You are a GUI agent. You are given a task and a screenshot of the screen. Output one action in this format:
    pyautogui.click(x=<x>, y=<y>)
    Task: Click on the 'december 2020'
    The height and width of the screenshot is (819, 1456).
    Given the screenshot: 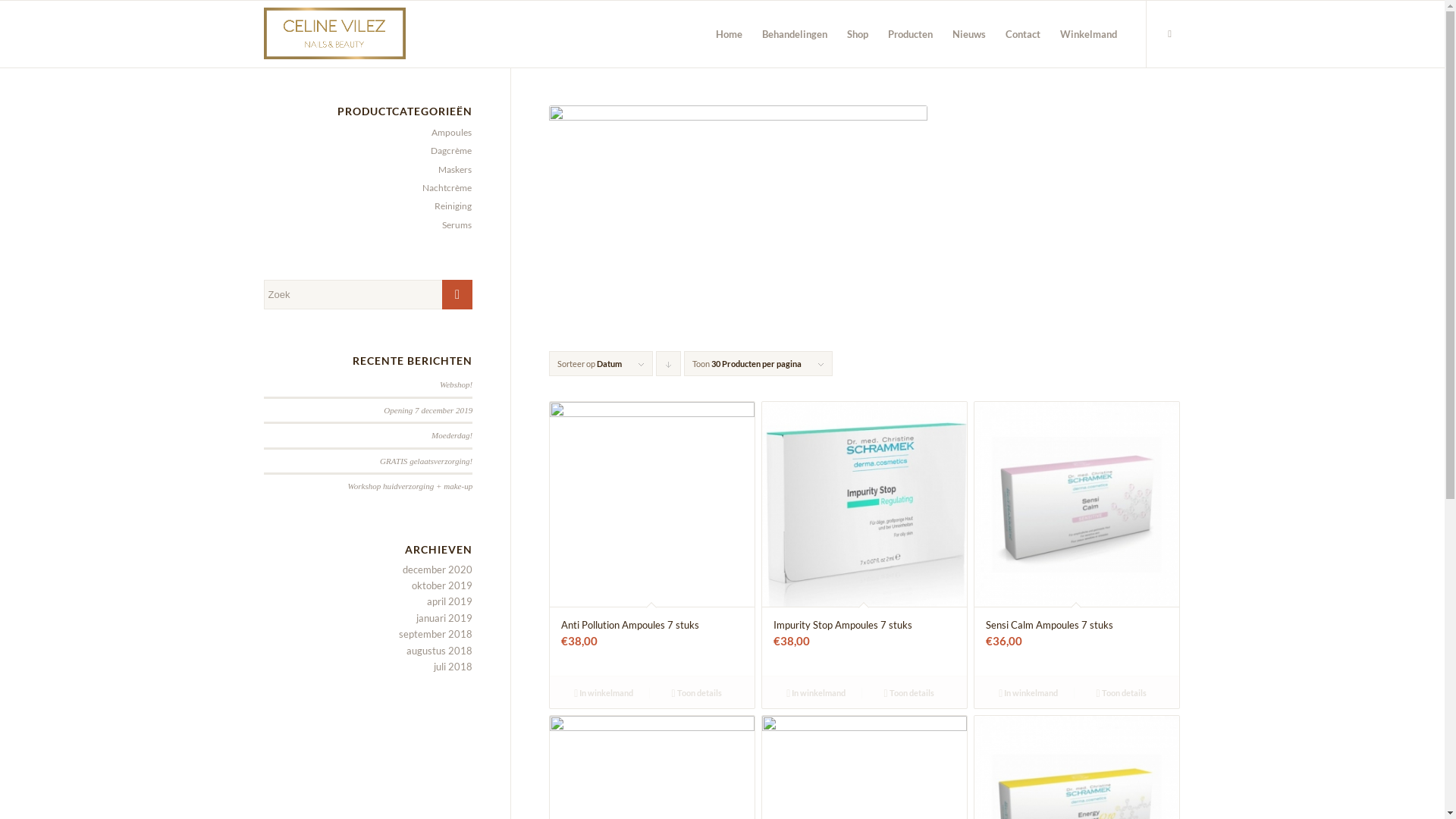 What is the action you would take?
    pyautogui.click(x=436, y=570)
    